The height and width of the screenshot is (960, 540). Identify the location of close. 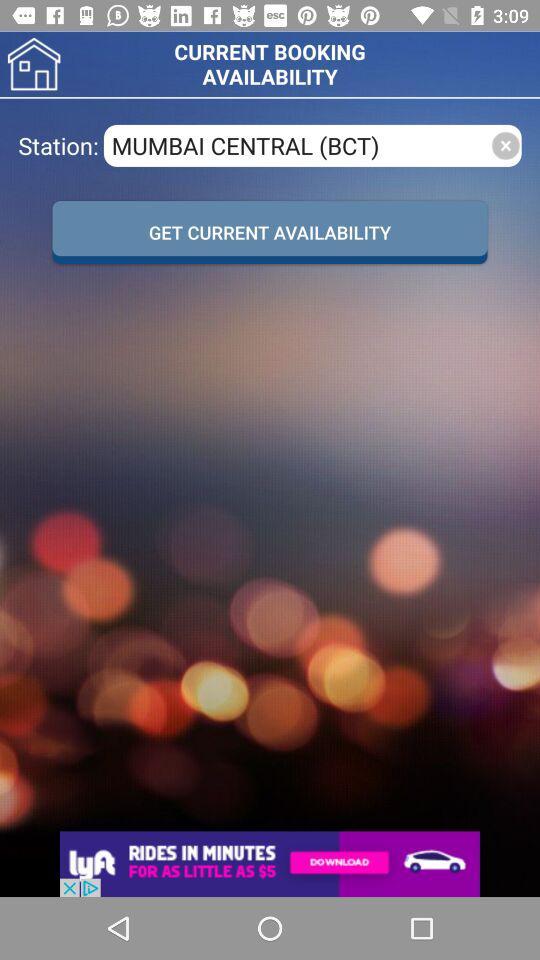
(504, 144).